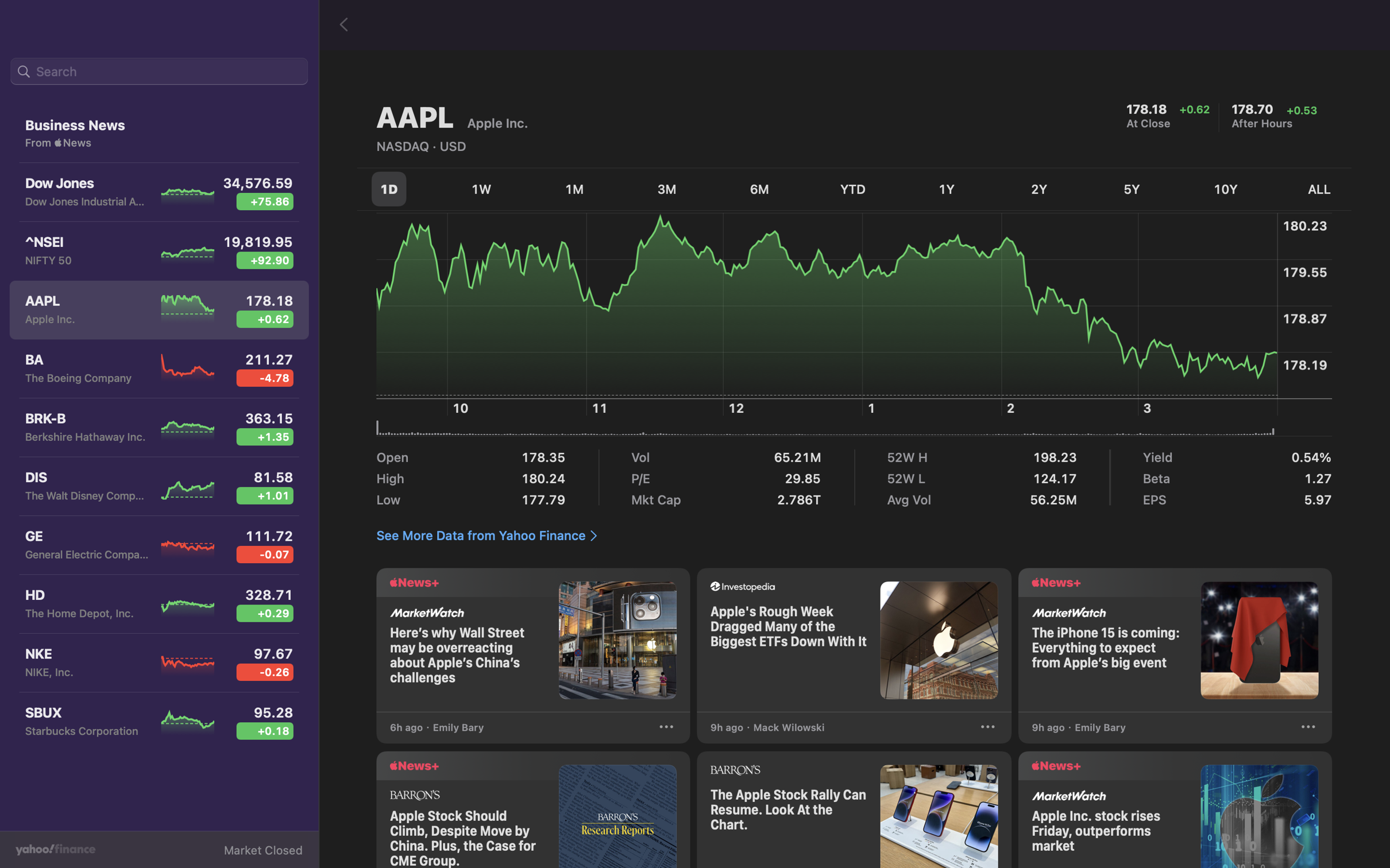 The height and width of the screenshot is (868, 1390). What do you see at coordinates (576, 186) in the screenshot?
I see `to view stock price changes across the latest month` at bounding box center [576, 186].